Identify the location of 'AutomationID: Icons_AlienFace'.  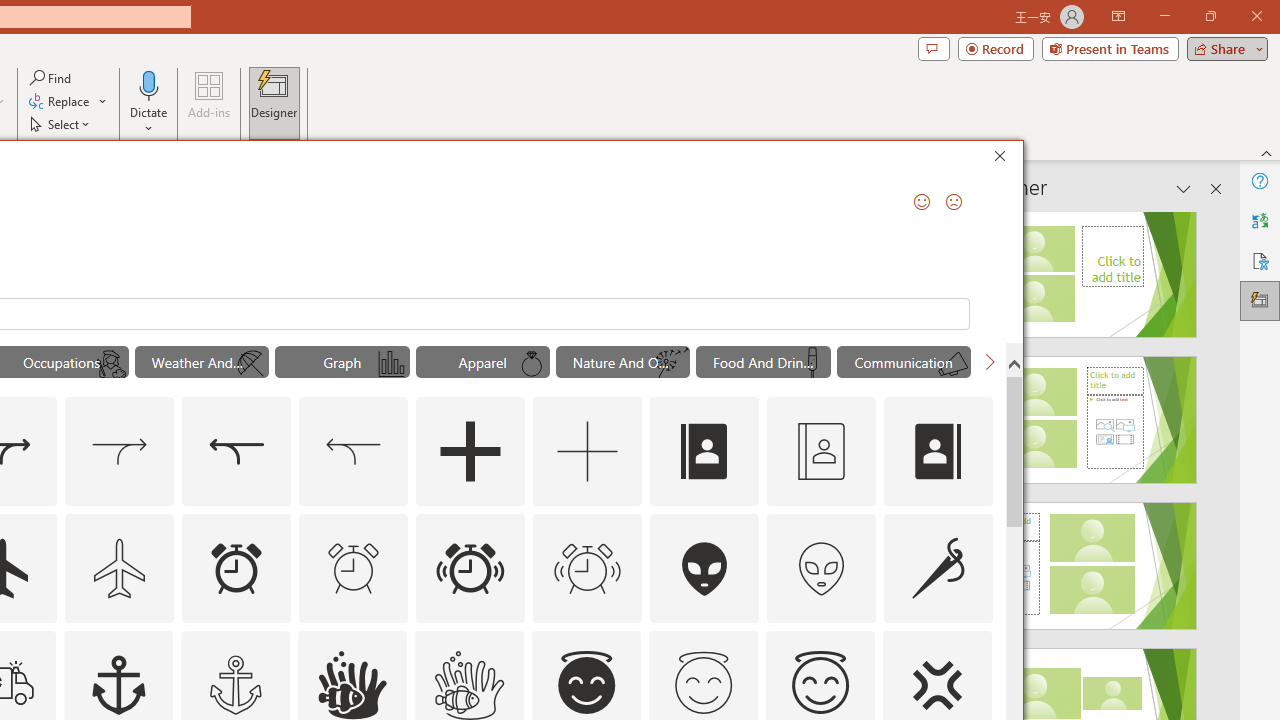
(705, 568).